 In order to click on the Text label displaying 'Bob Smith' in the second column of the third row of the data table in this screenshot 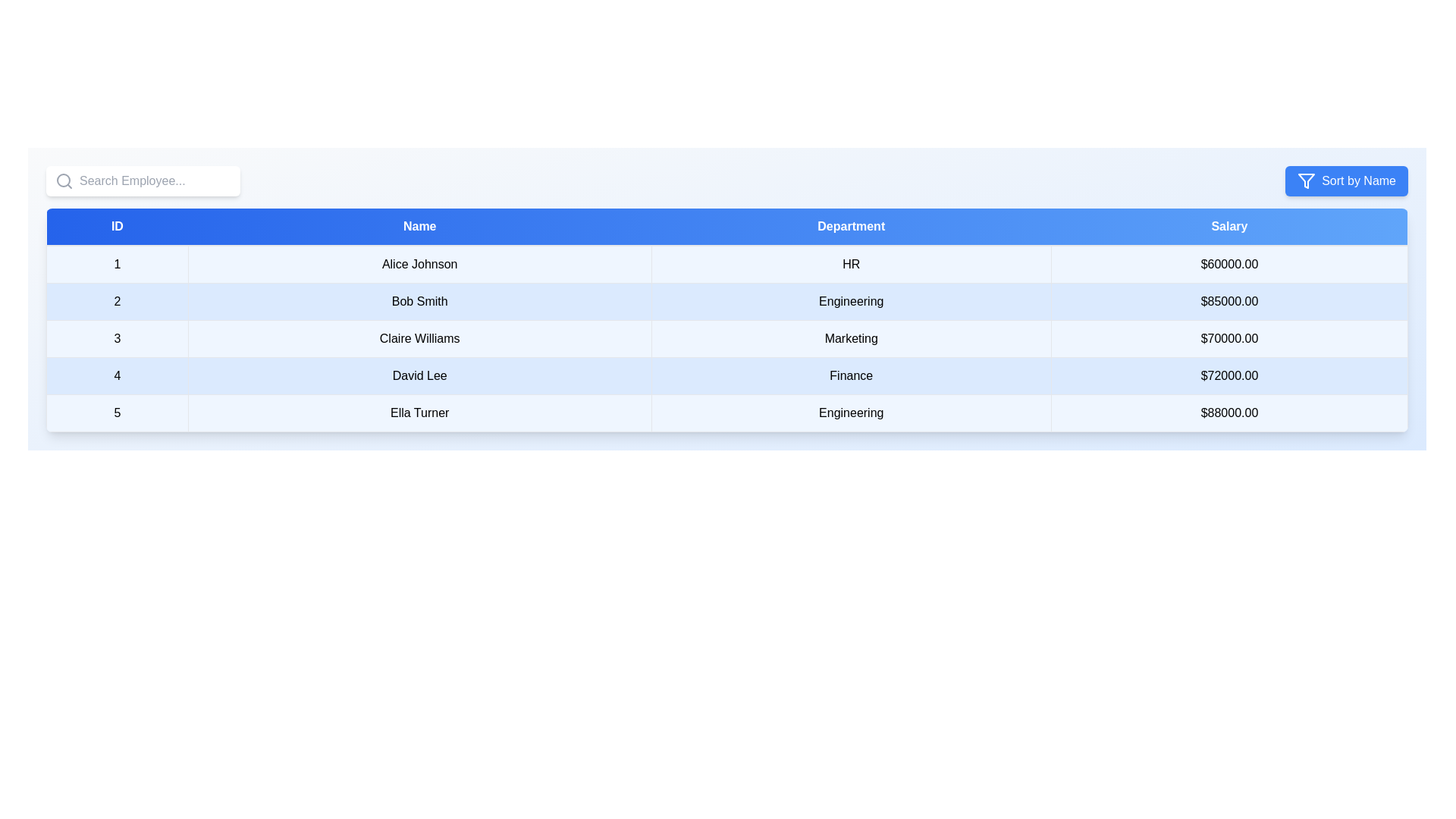, I will do `click(419, 301)`.